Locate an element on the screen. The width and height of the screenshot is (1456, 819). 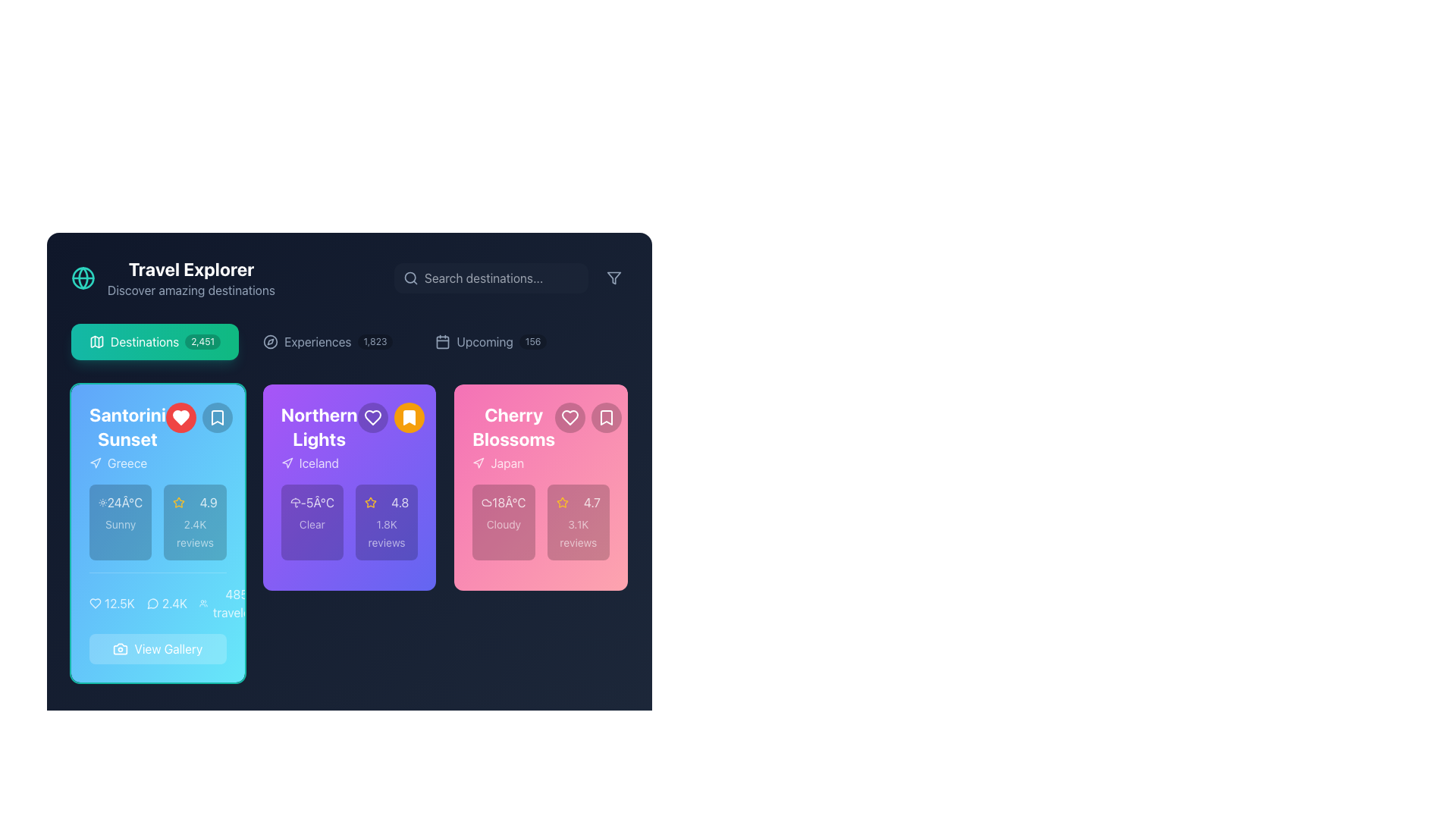
the circular icon button resembling a funnel, located on the top-right side of the navigation bar, adjacent to the search bar is located at coordinates (614, 278).